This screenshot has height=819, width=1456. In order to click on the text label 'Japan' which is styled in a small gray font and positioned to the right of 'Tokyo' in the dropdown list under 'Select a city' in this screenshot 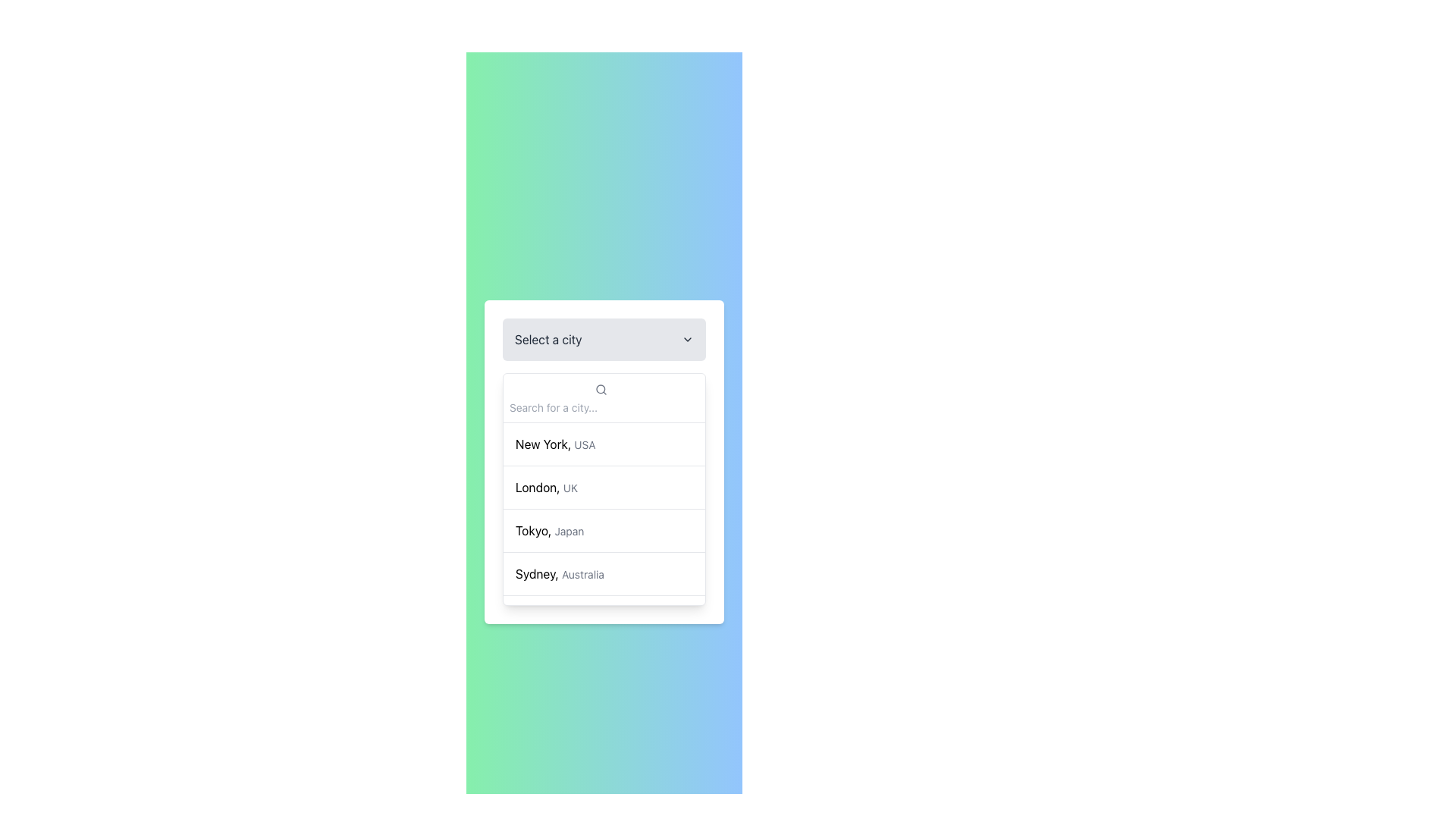, I will do `click(568, 529)`.